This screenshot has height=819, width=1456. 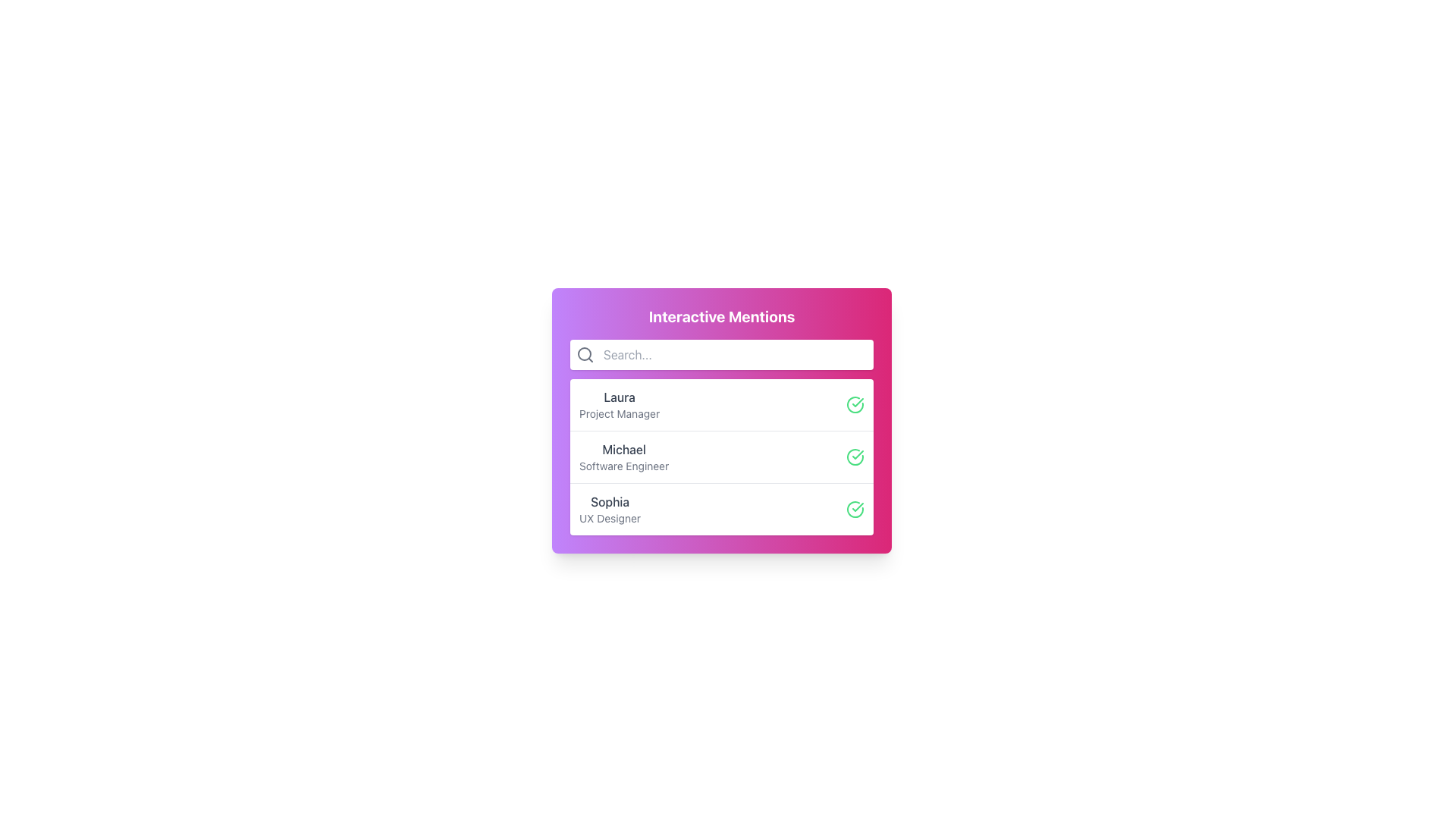 I want to click on the circular decorative element within the magnifying glass icon located at the left side of the search input field, so click(x=584, y=353).